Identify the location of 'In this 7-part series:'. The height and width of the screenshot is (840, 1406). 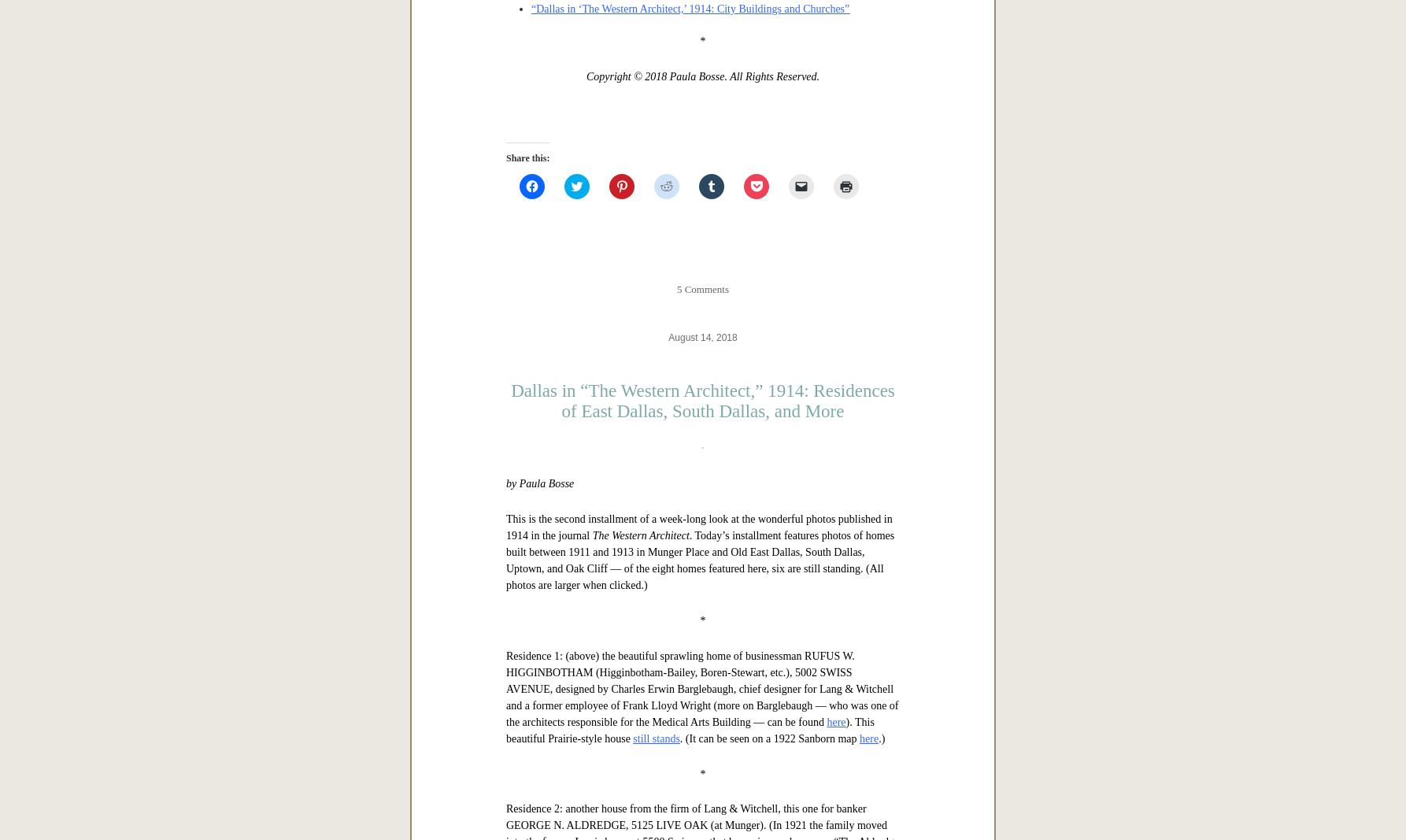
(549, 311).